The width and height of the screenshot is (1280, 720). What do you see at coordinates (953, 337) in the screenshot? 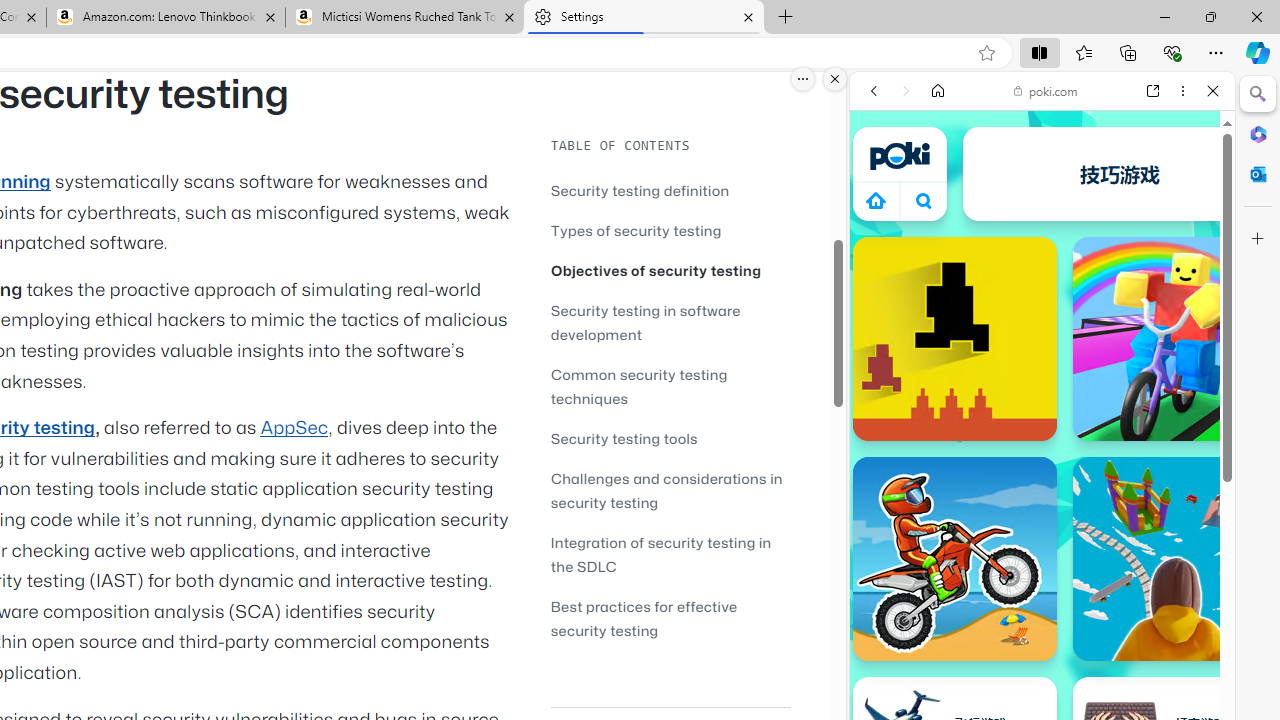
I see `'Level Devil'` at bounding box center [953, 337].